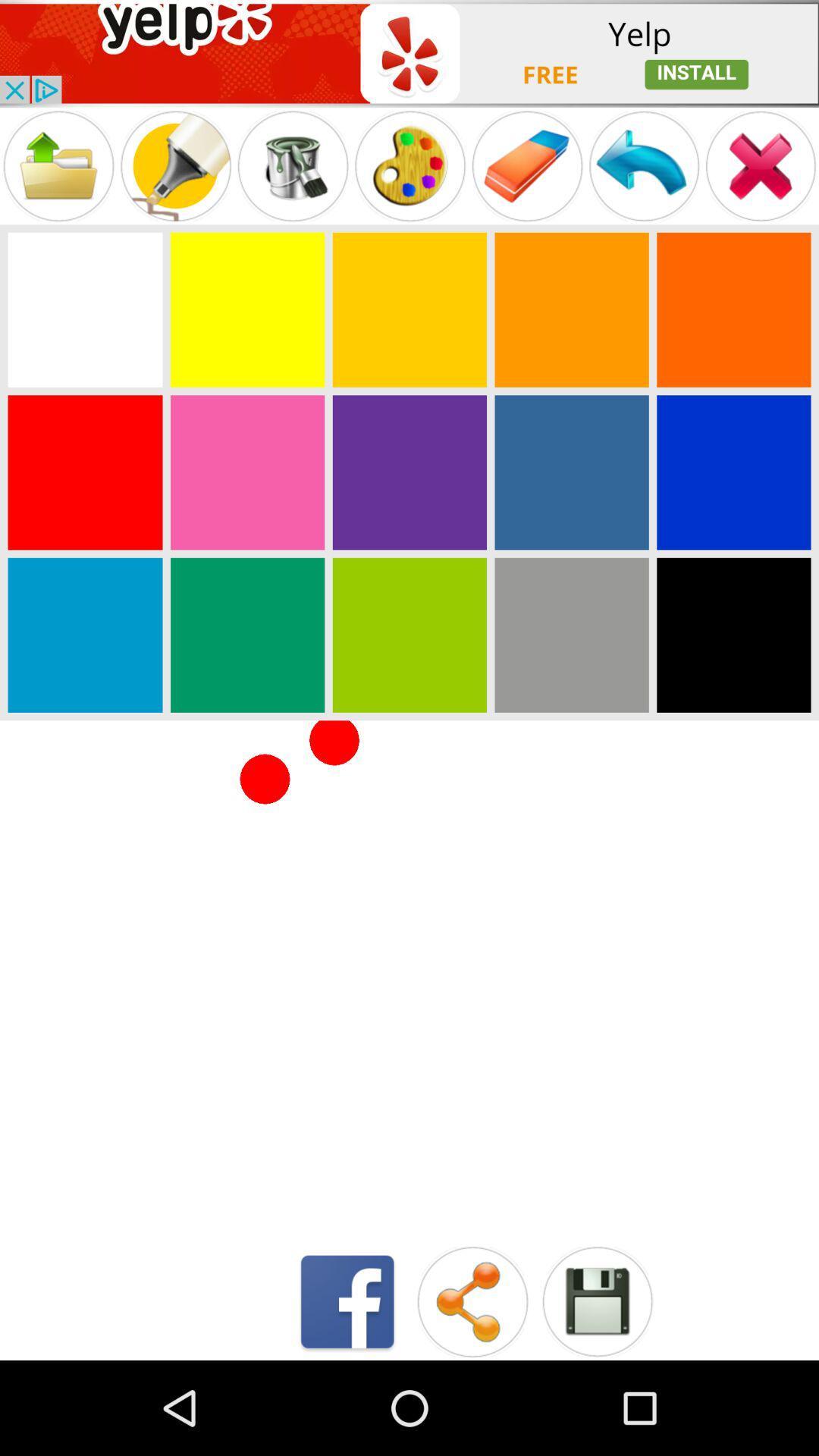  I want to click on blue, so click(733, 472).